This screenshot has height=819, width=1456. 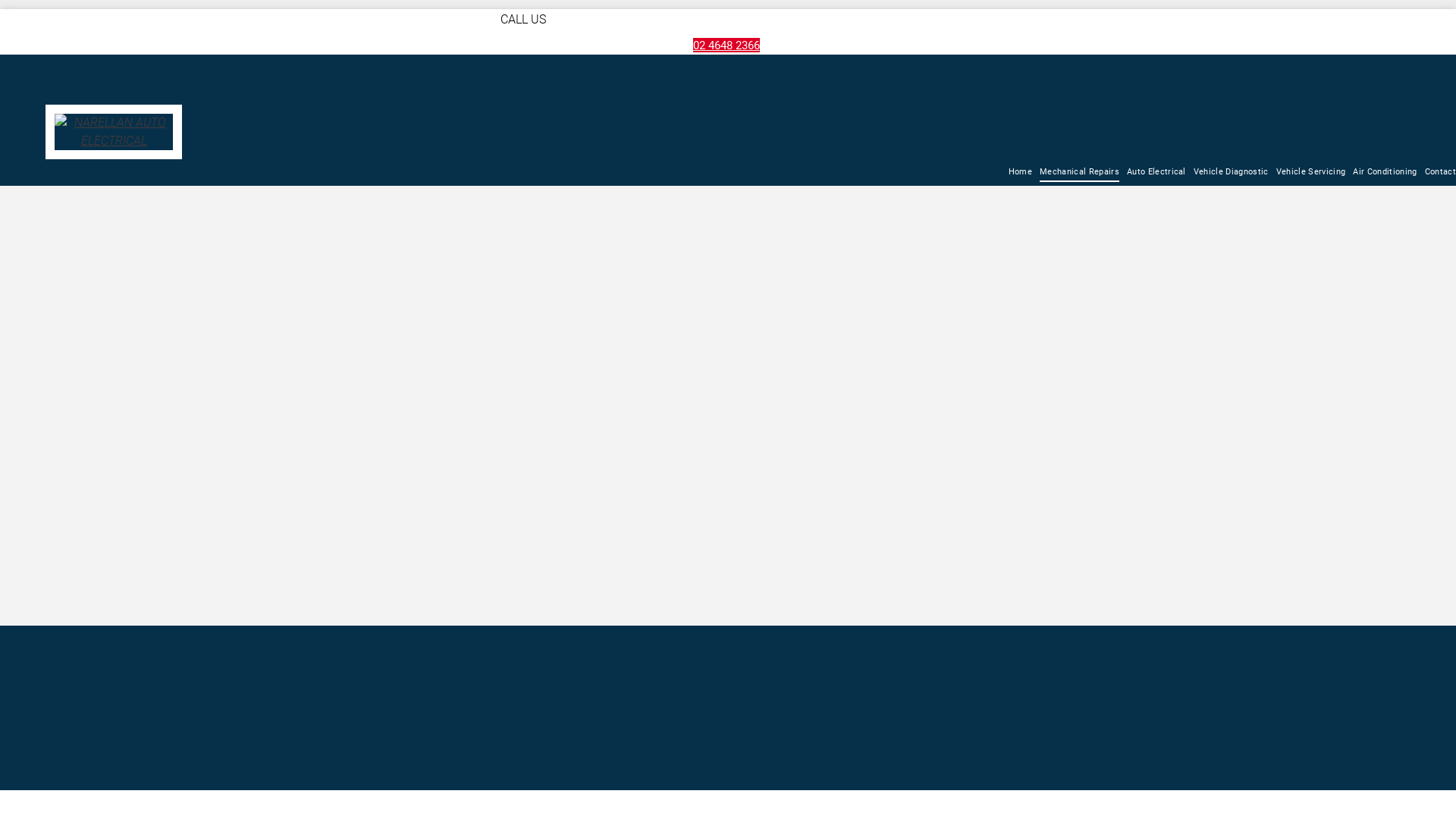 What do you see at coordinates (1008, 171) in the screenshot?
I see `'Home'` at bounding box center [1008, 171].